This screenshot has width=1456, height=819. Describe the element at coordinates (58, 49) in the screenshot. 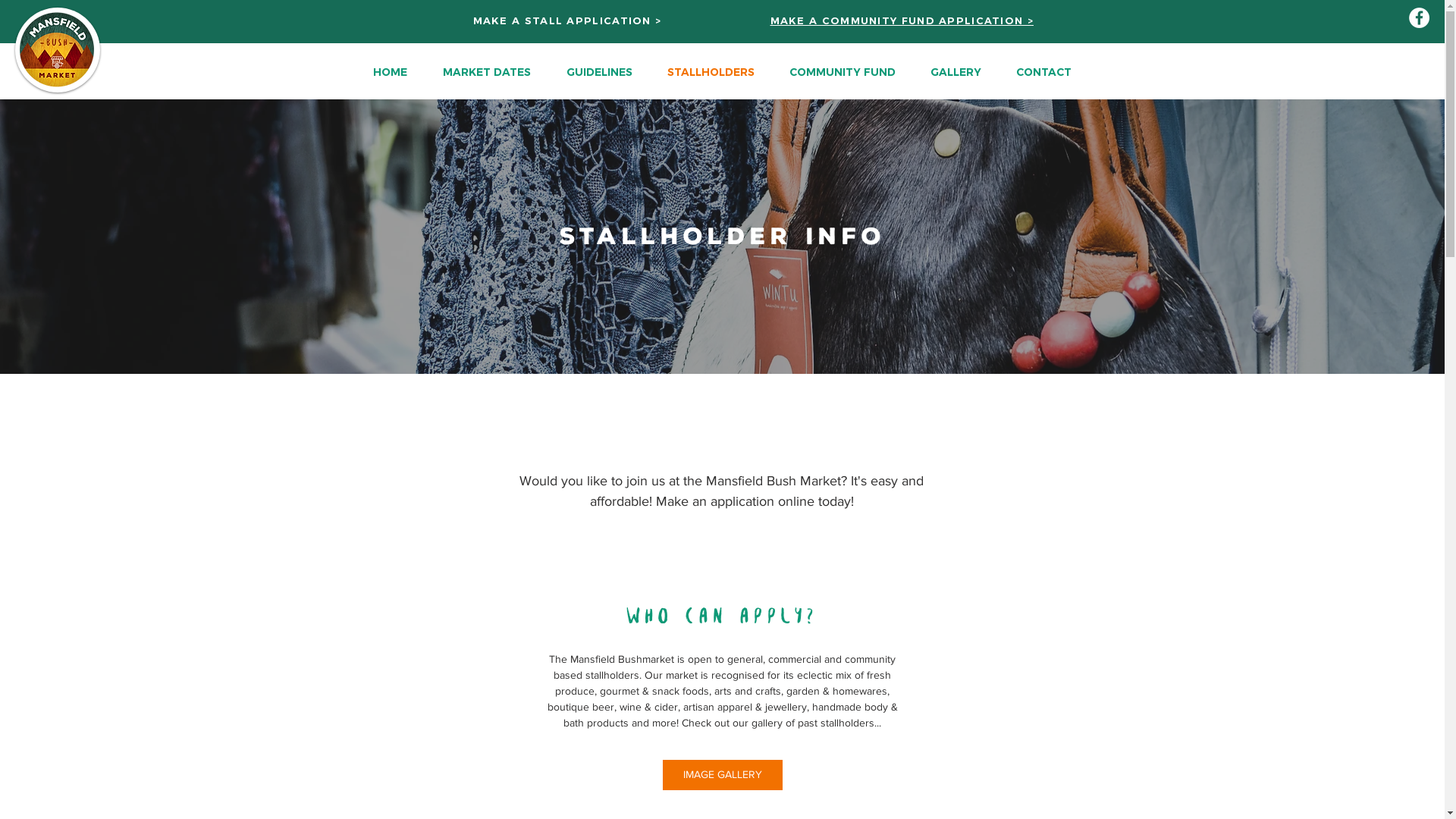

I see `'MBM_Circular_Logo_Mountain_.png'` at that location.